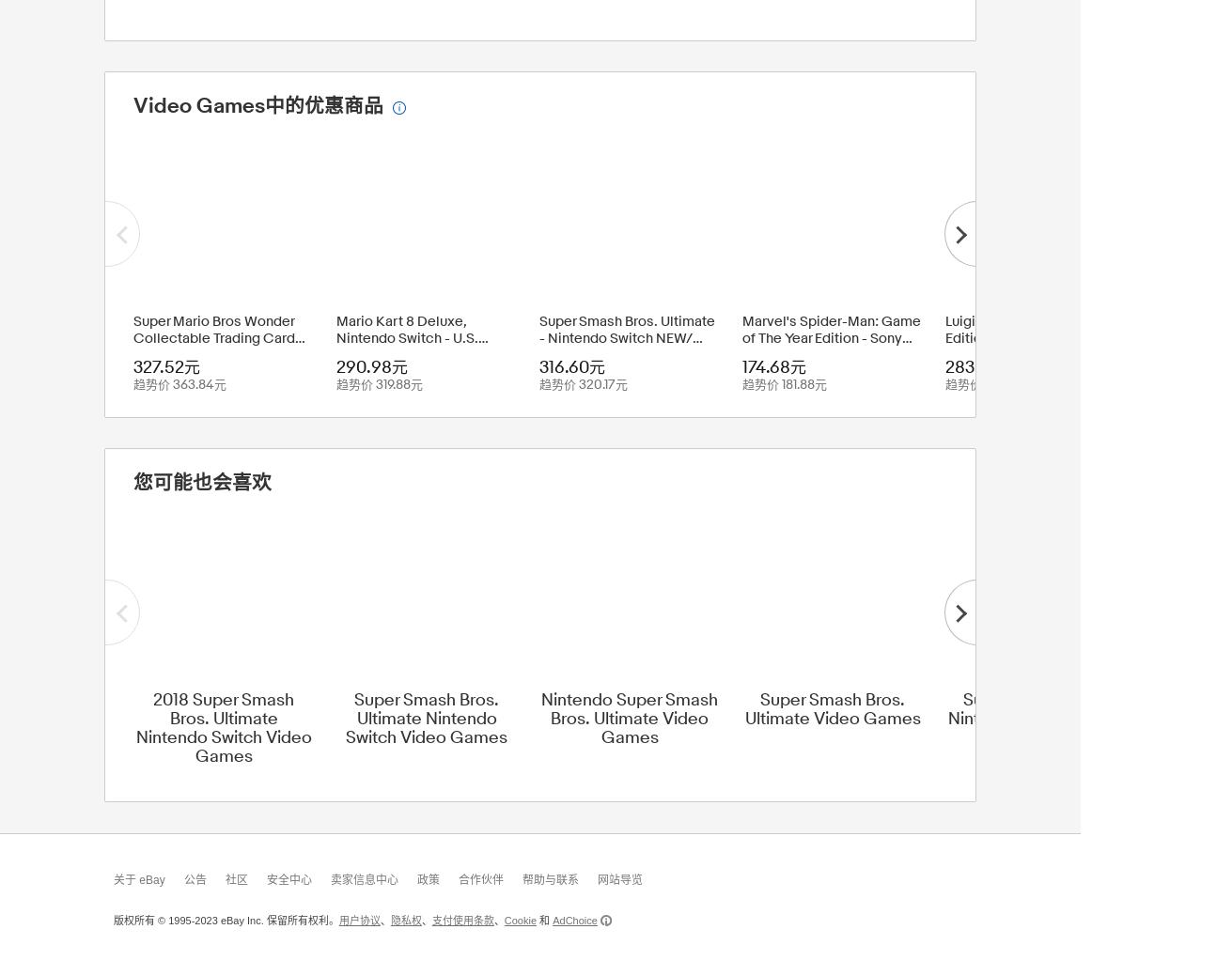  I want to click on 'Mario Kart 8 Deluxe, Nintendo Switch - U.S. Version', so click(336, 336).